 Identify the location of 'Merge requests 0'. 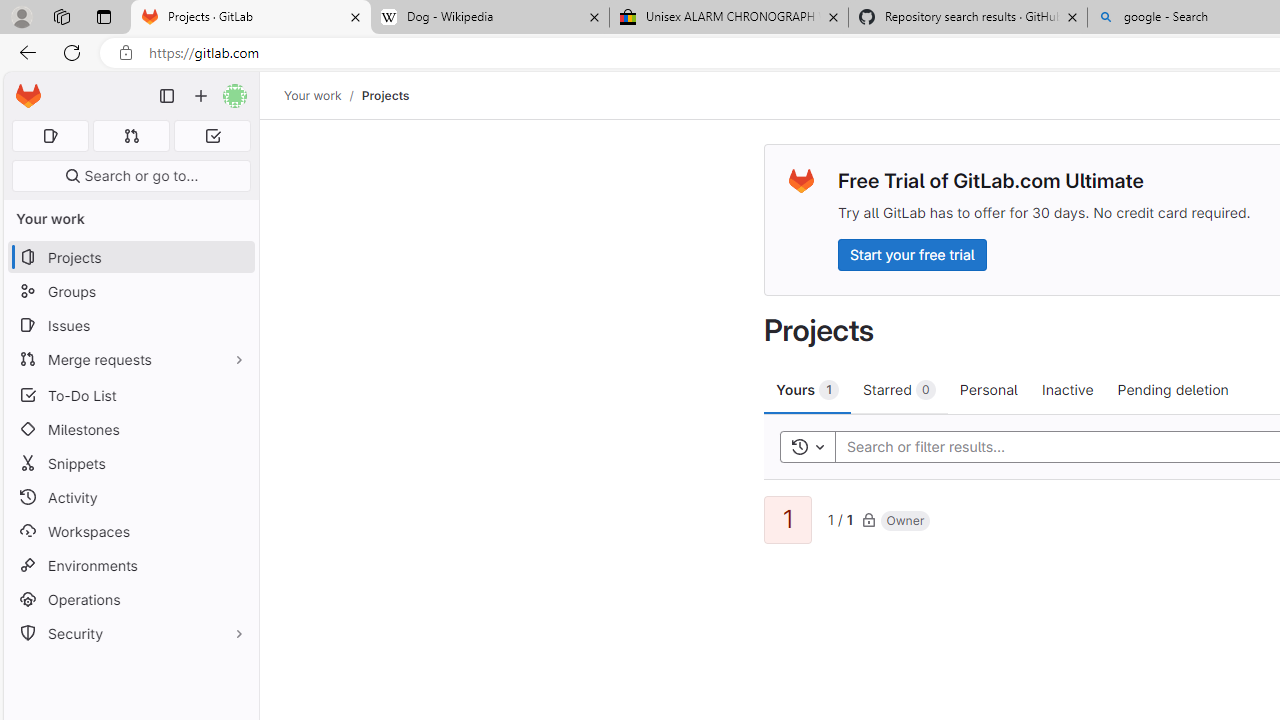
(130, 135).